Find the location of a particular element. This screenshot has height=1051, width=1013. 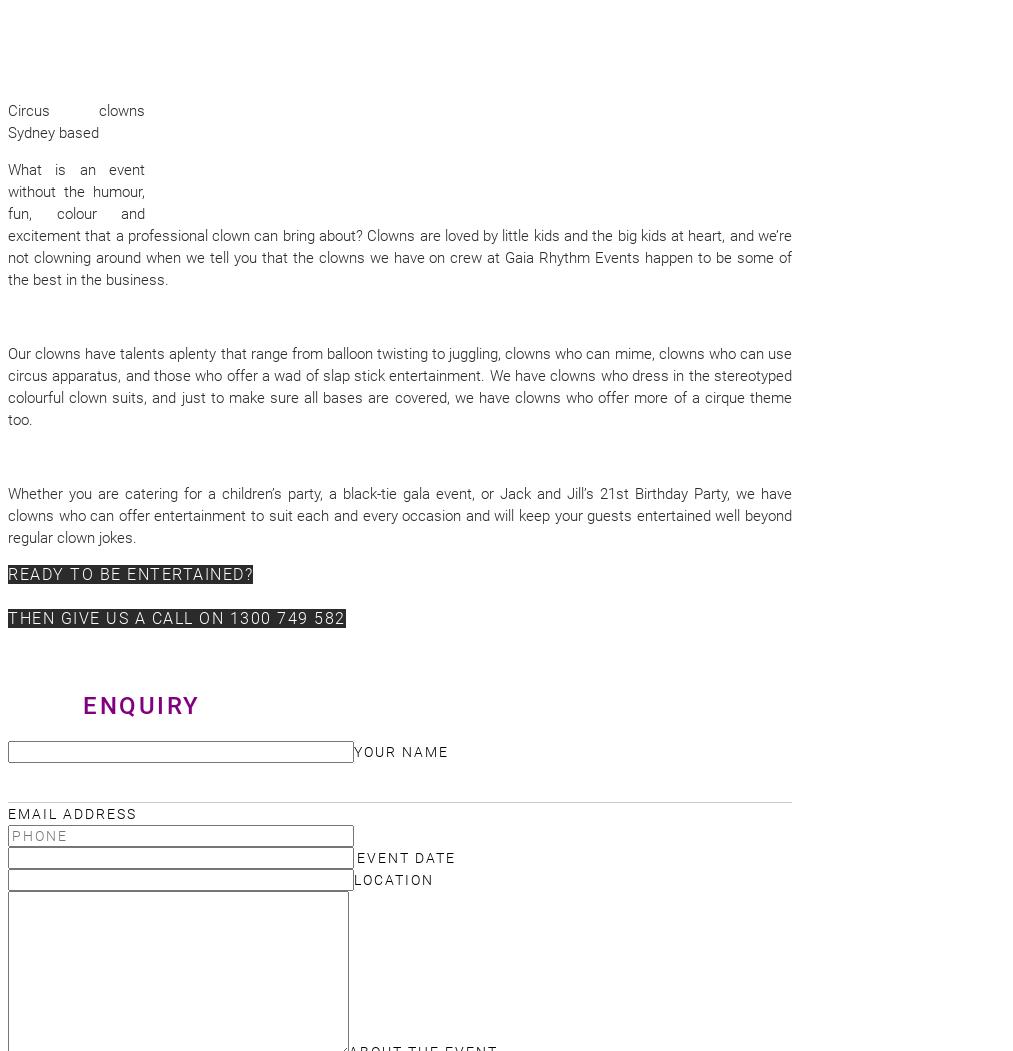

'THEN GIVE US A CALL ON 1300 749 582' is located at coordinates (176, 617).